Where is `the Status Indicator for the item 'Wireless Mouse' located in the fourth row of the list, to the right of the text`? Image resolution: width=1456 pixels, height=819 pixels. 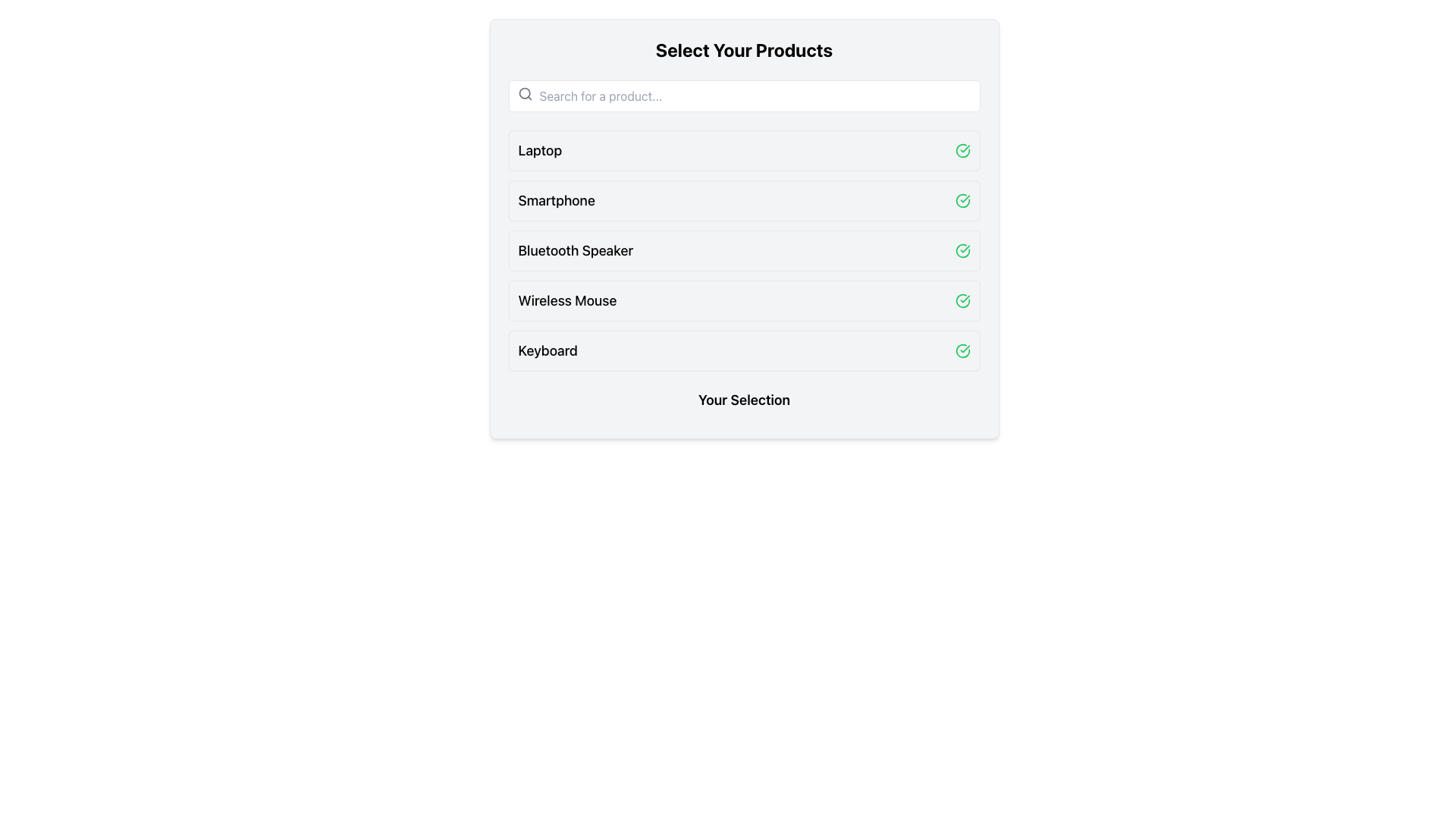
the Status Indicator for the item 'Wireless Mouse' located in the fourth row of the list, to the right of the text is located at coordinates (962, 301).